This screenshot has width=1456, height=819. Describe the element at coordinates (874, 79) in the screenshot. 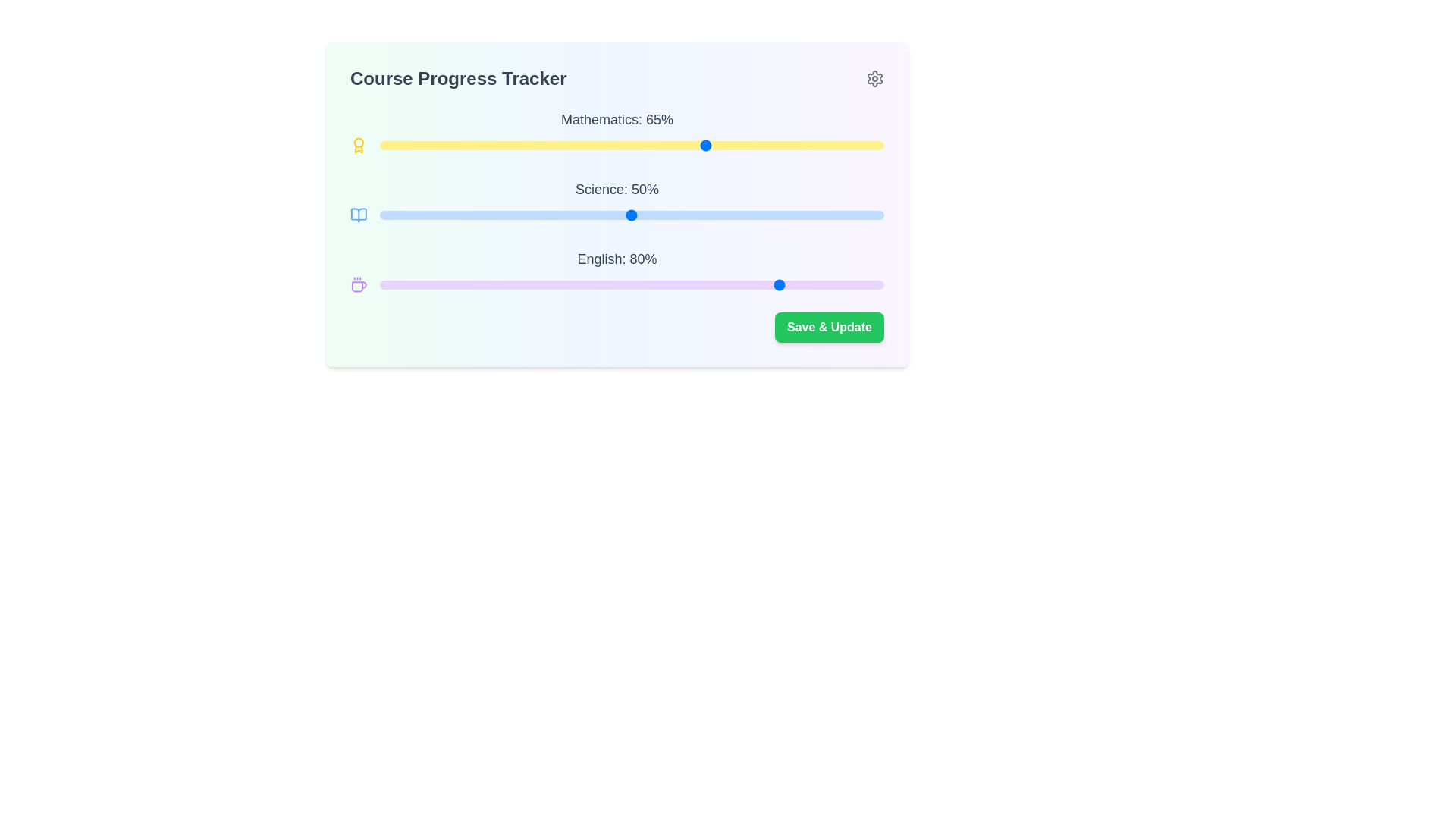

I see `the settings icon for the 'Course Progress Tracker' located at the top-right corner` at that location.